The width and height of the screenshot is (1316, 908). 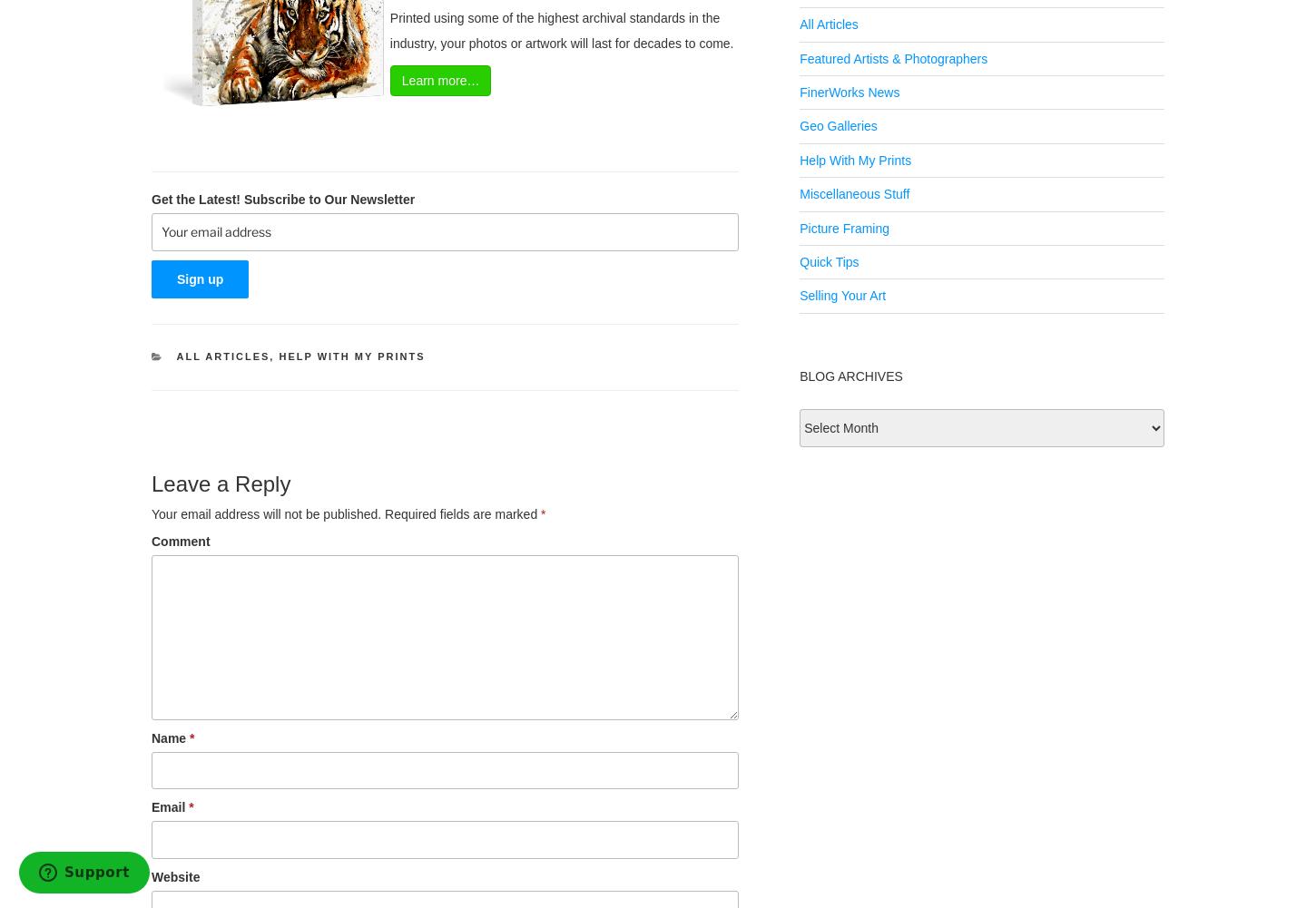 I want to click on 'Required fields are marked', so click(x=460, y=512).